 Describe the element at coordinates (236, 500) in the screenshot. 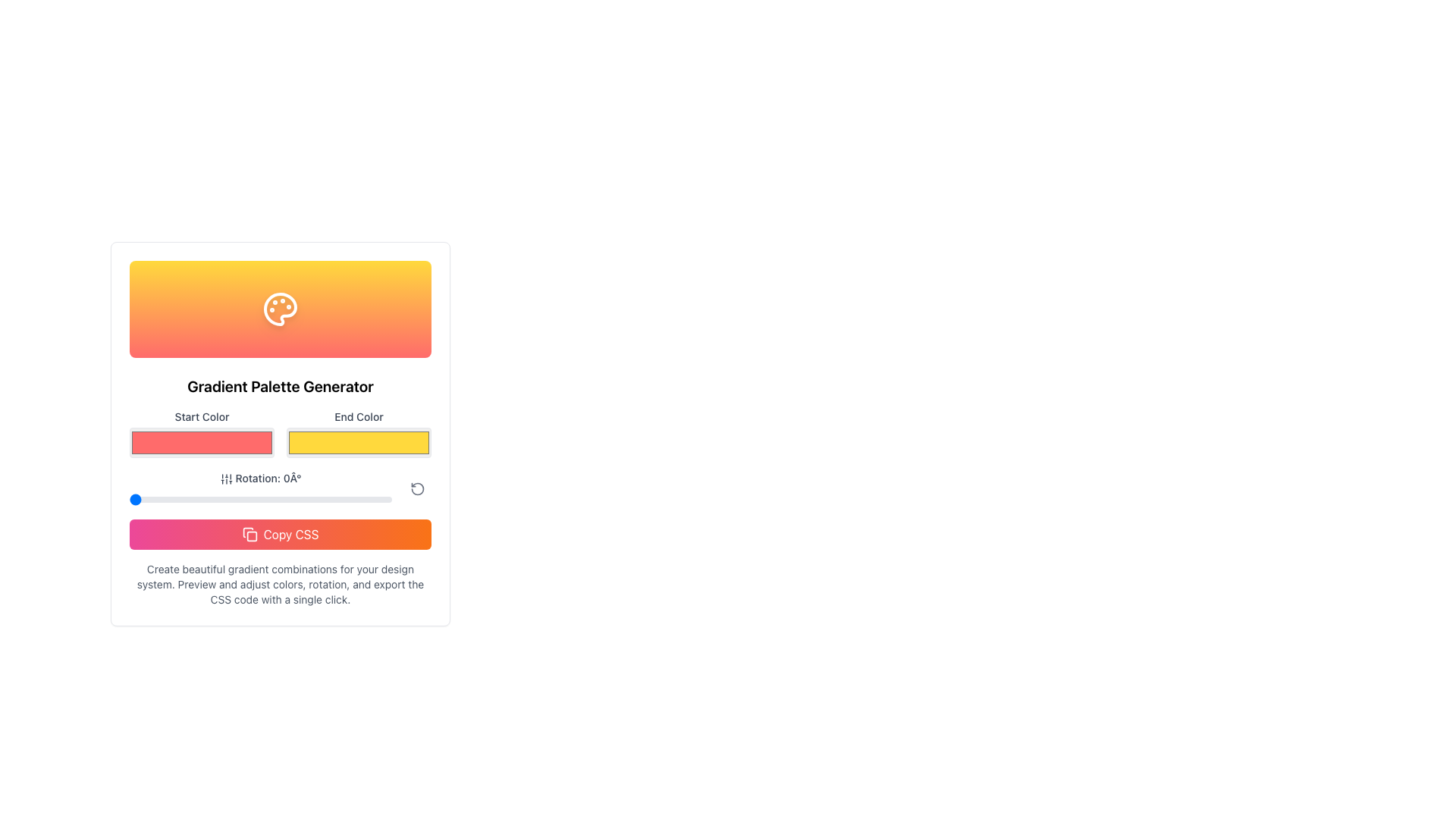

I see `rotation` at that location.